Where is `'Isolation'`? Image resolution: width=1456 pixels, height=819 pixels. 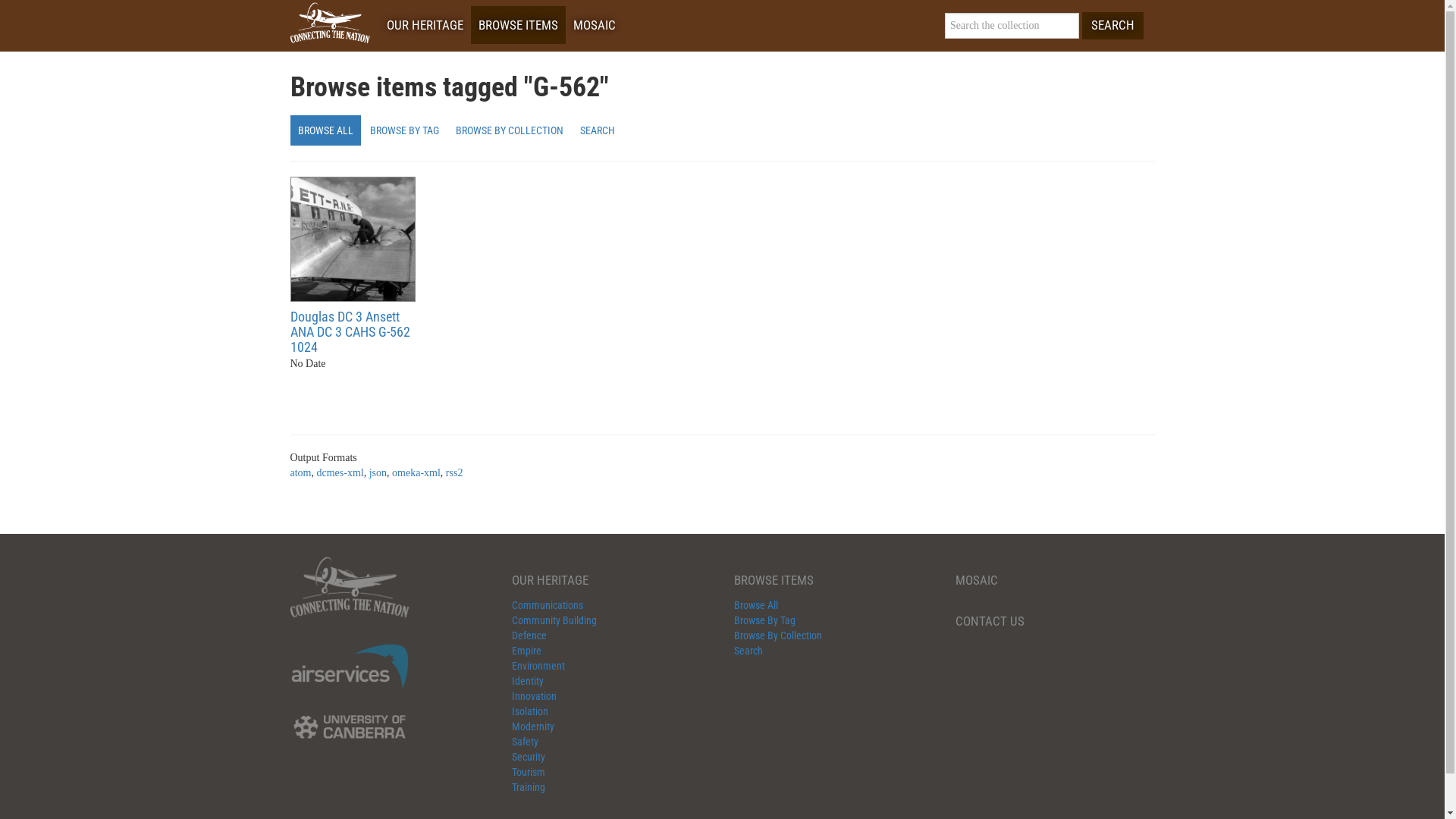
'Isolation' is located at coordinates (512, 711).